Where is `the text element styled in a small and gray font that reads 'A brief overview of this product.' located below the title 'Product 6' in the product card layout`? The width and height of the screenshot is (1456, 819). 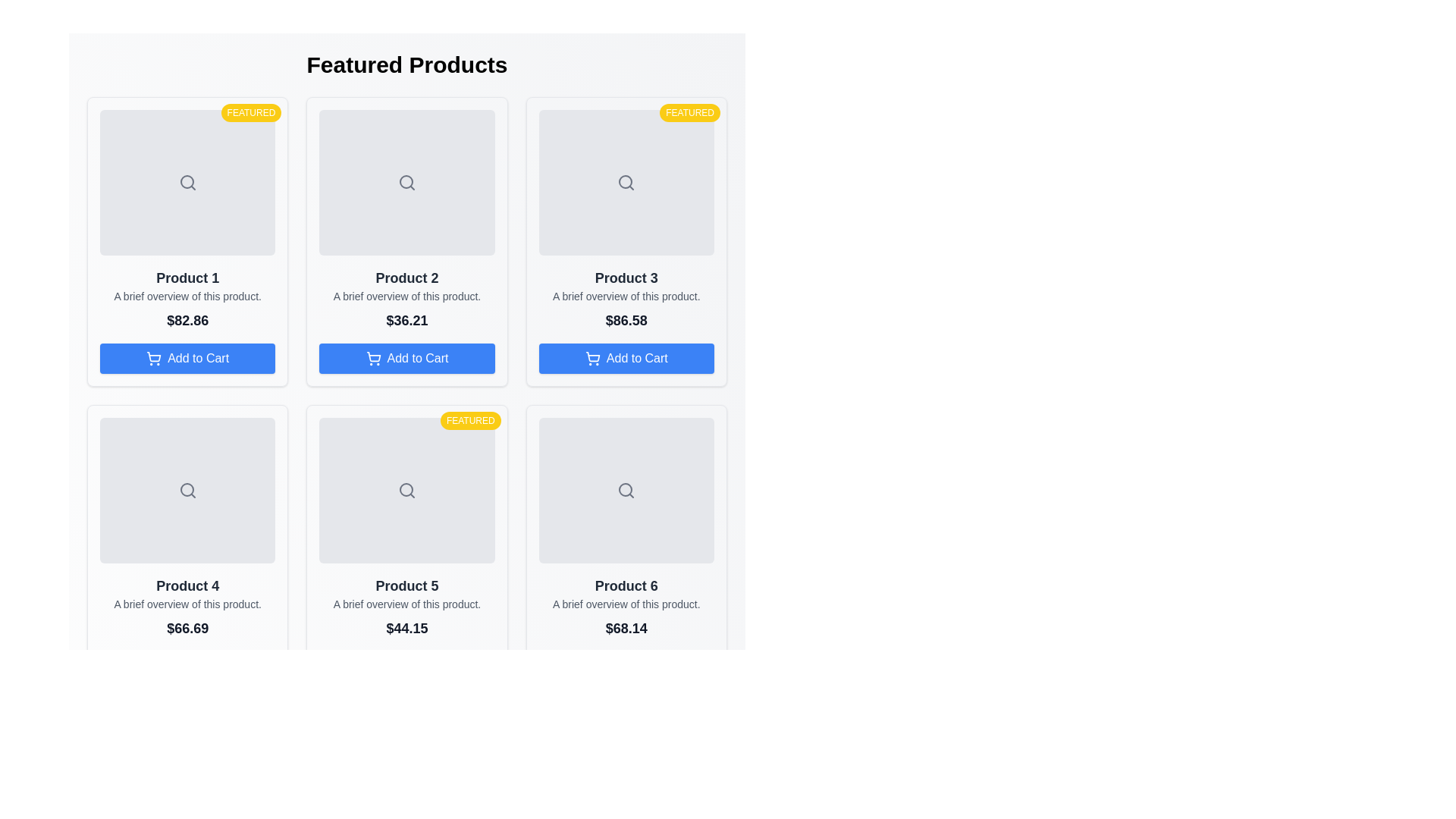
the text element styled in a small and gray font that reads 'A brief overview of this product.' located below the title 'Product 6' in the product card layout is located at coordinates (626, 604).